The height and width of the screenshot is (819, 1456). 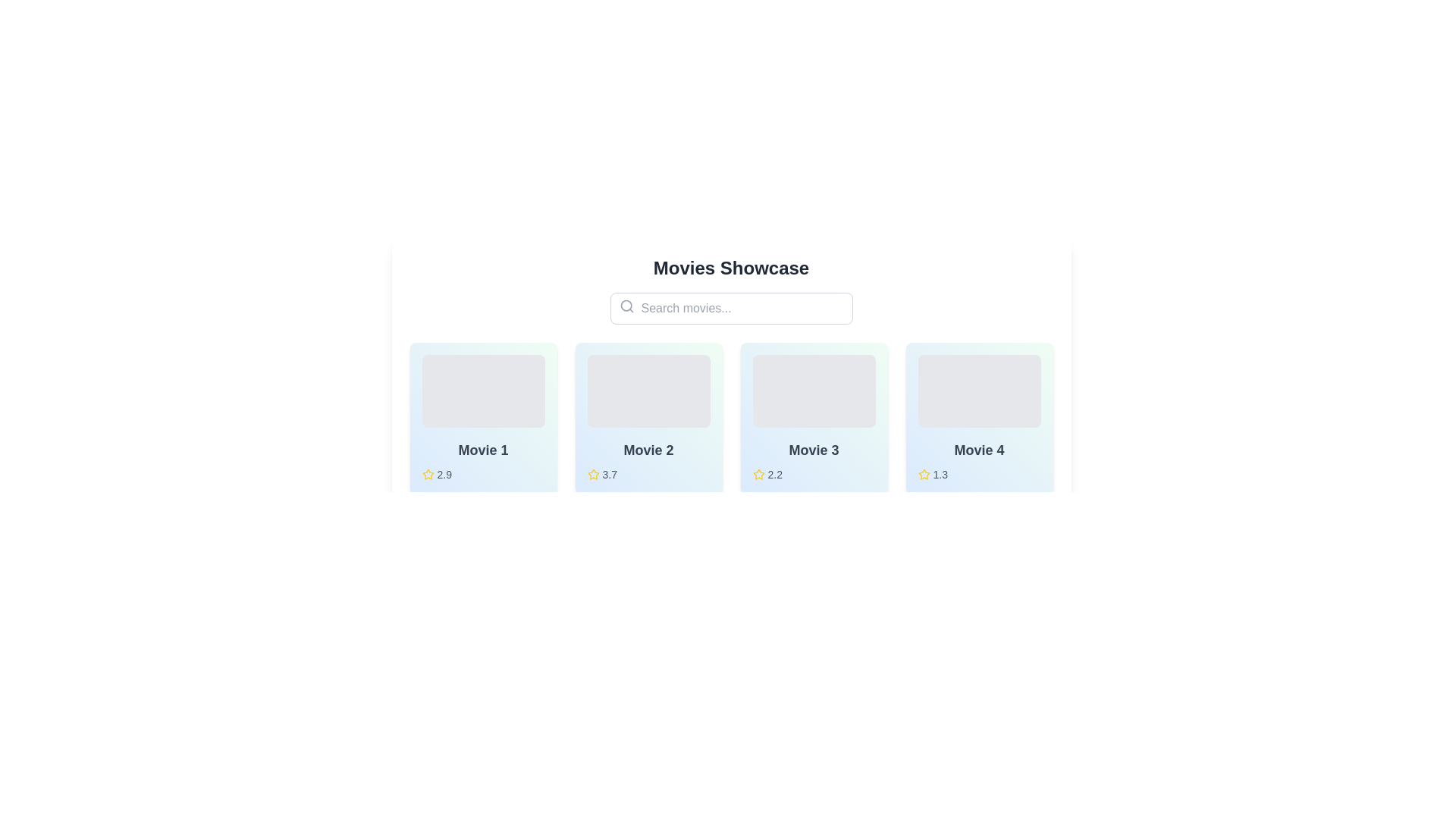 I want to click on the static text label displaying 'Movie 2', which is styled in bold, large dark gray font and is located in the second card of a horizontal collection of movie cards, so click(x=648, y=450).